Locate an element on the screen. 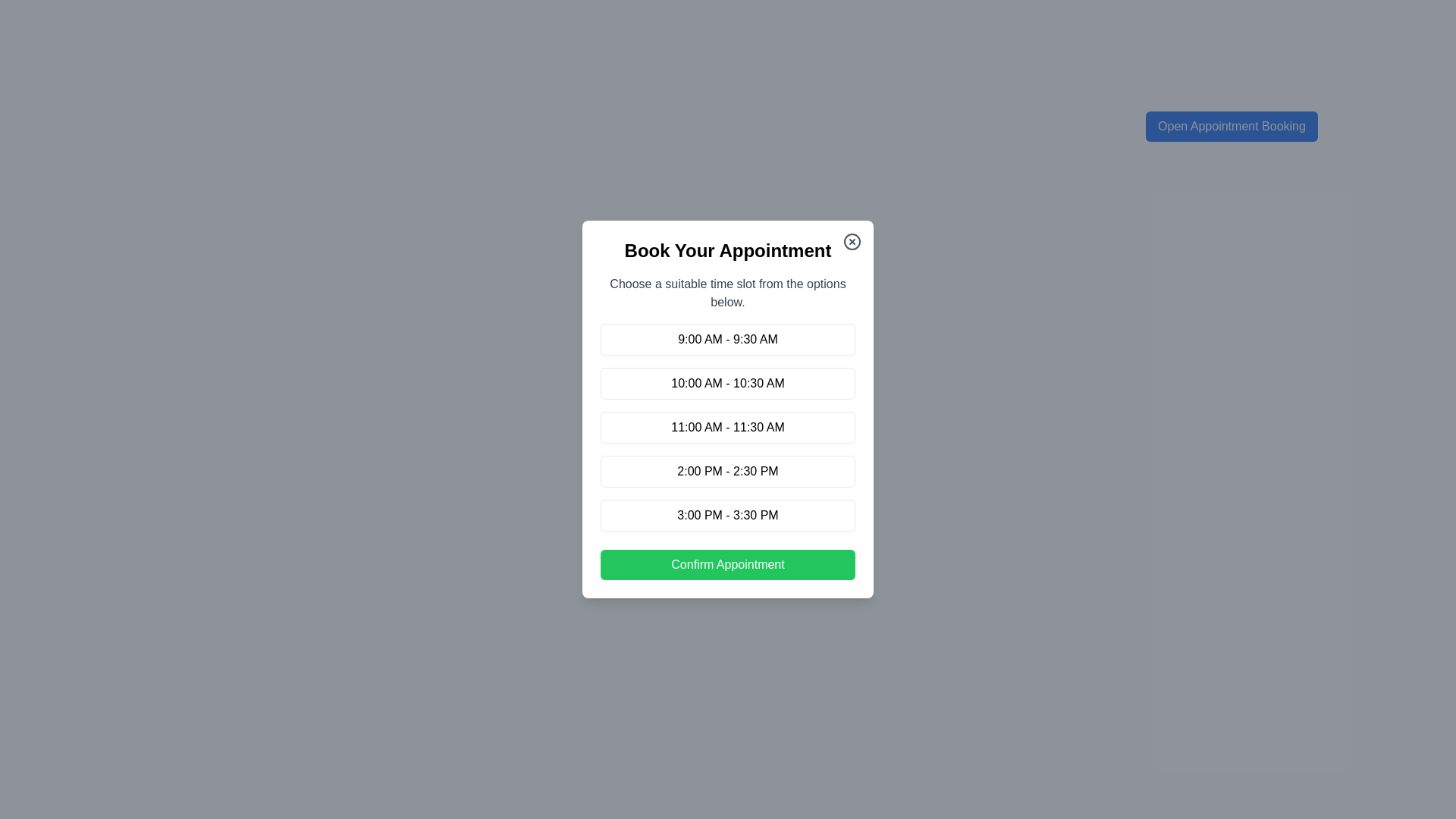 The image size is (1456, 819). the time slot option card for booking an appointment, which is the second item in the list titled 'Book Your Appointment', located between '9:00 AM - 9:30 AM' and '11:00 AM - 11:30 AM' is located at coordinates (728, 382).